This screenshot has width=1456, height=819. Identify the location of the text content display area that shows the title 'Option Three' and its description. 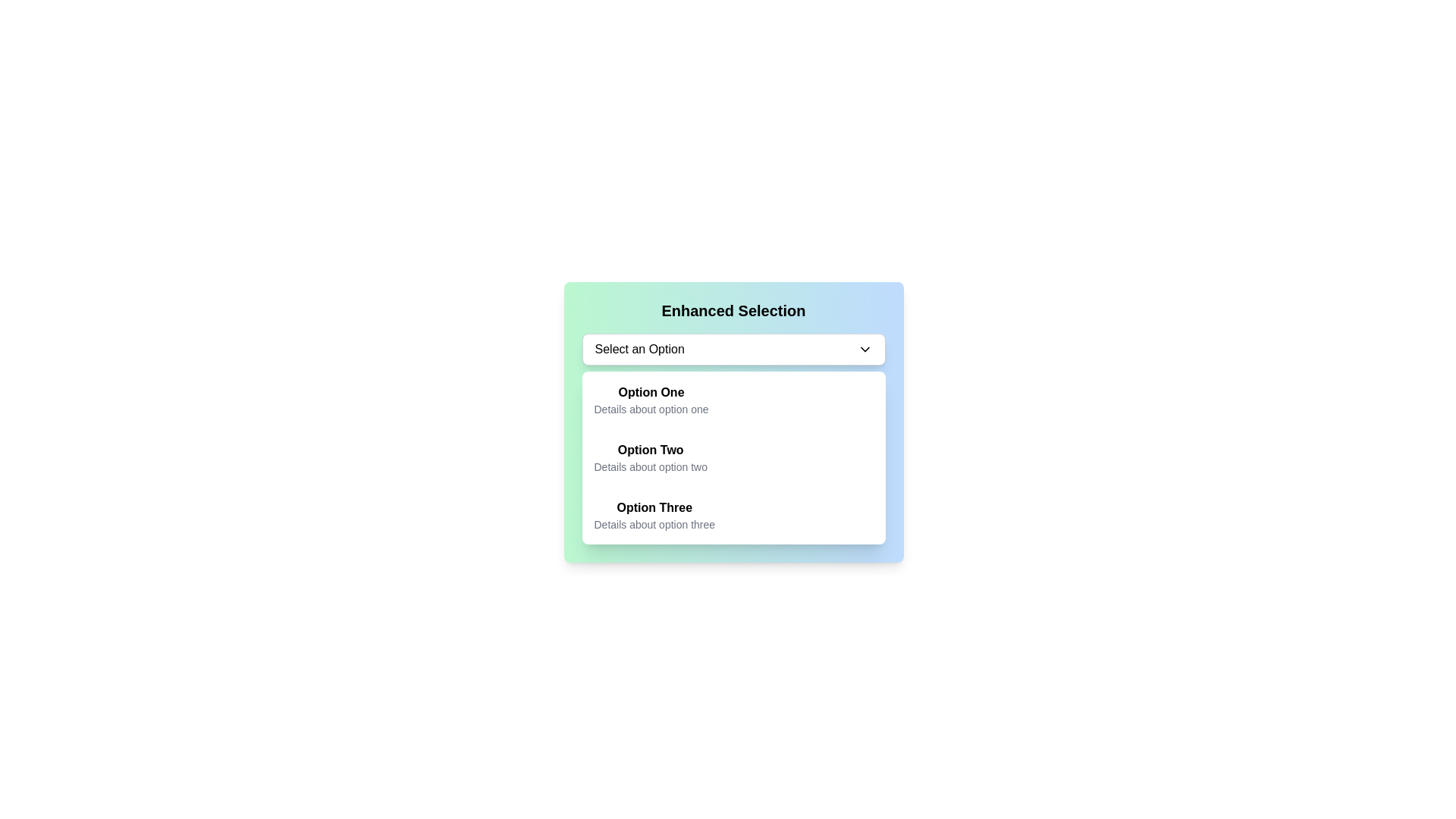
(654, 514).